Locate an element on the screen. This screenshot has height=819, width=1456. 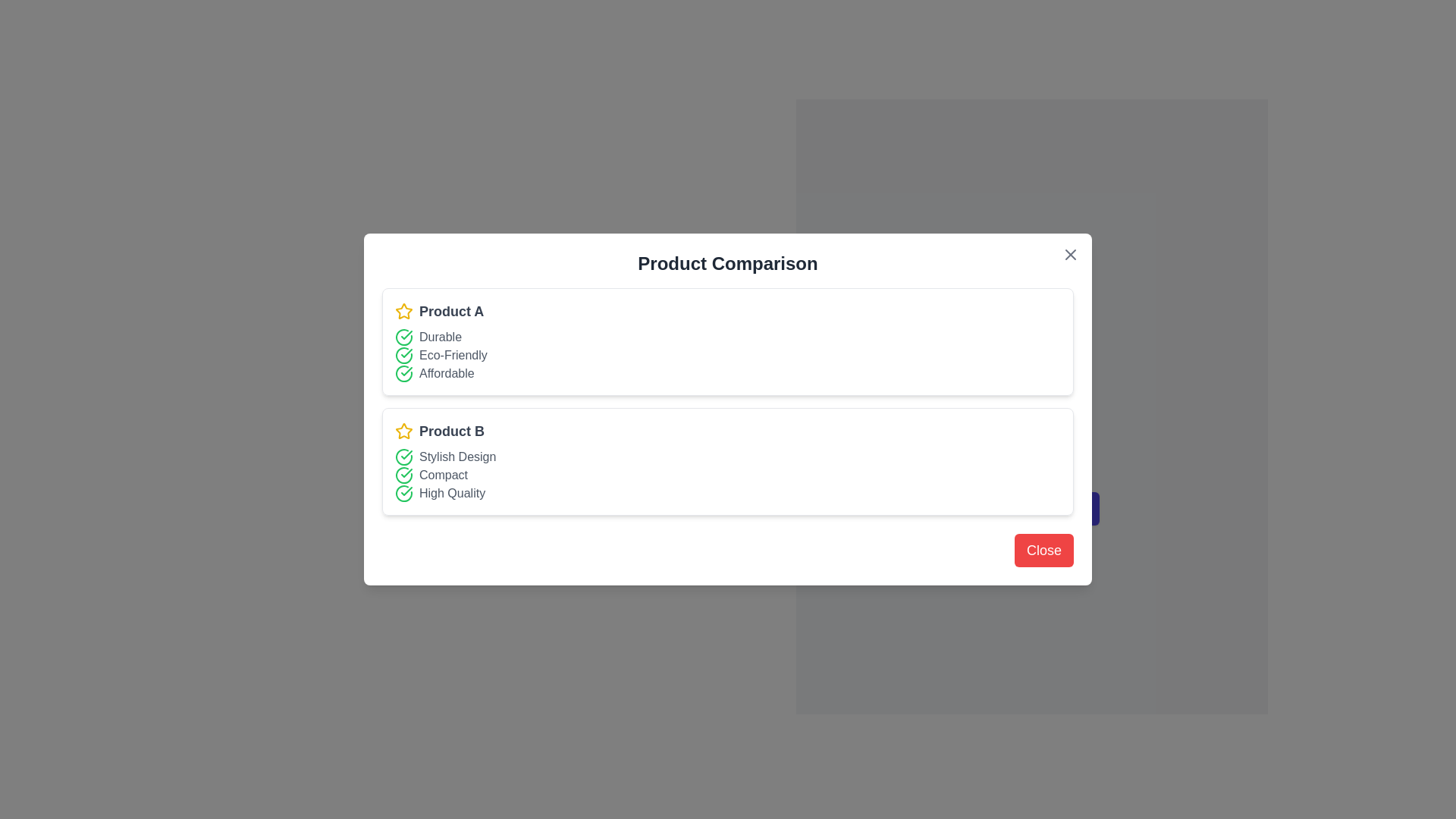
the circular green outline icon with a check mark next to the label 'Affordable' in the features list for 'Product A' is located at coordinates (403, 374).